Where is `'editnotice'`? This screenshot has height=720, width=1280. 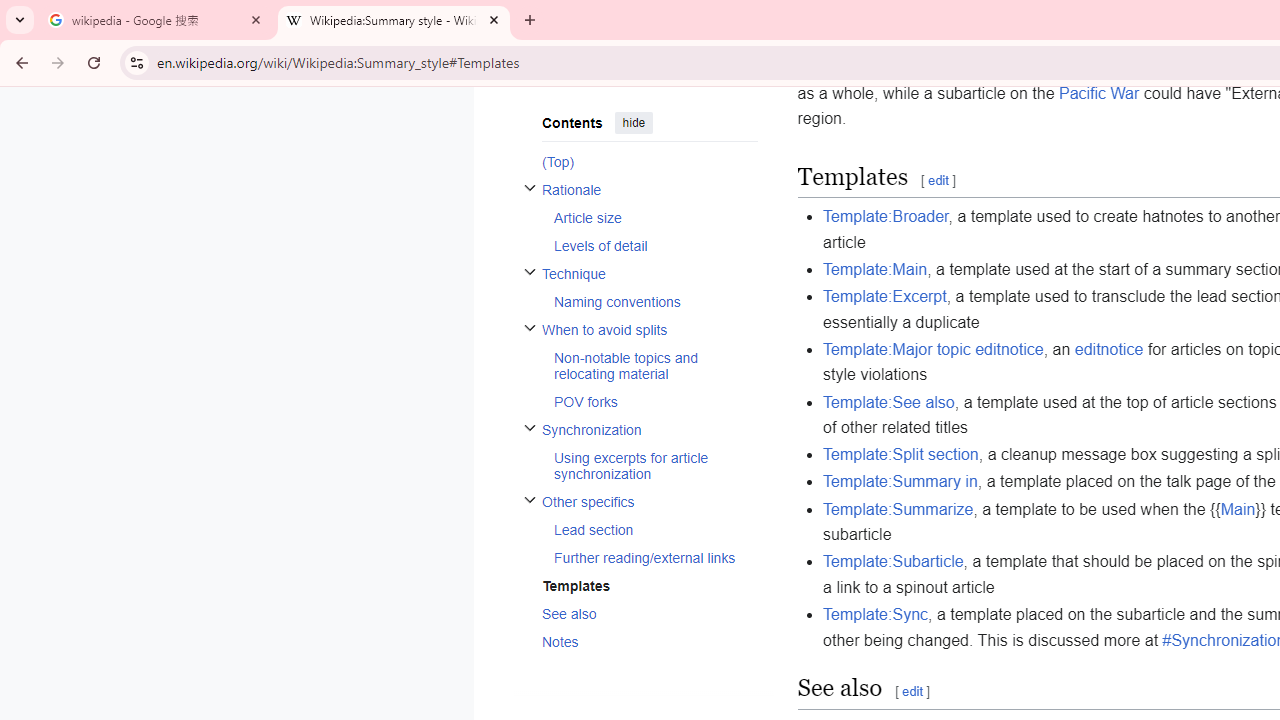 'editnotice' is located at coordinates (1108, 347).